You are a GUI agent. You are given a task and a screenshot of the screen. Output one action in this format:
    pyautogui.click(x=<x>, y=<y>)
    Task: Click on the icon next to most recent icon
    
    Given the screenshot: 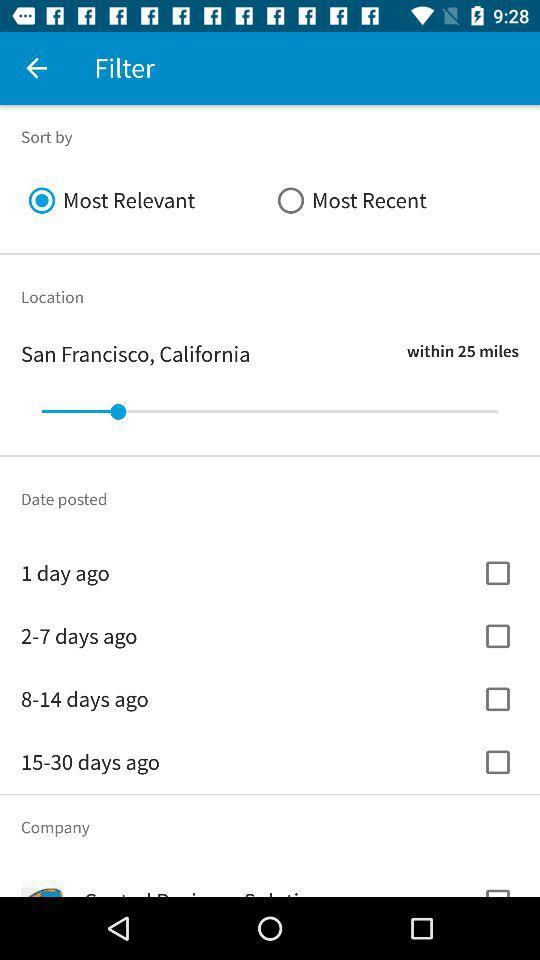 What is the action you would take?
    pyautogui.click(x=144, y=200)
    